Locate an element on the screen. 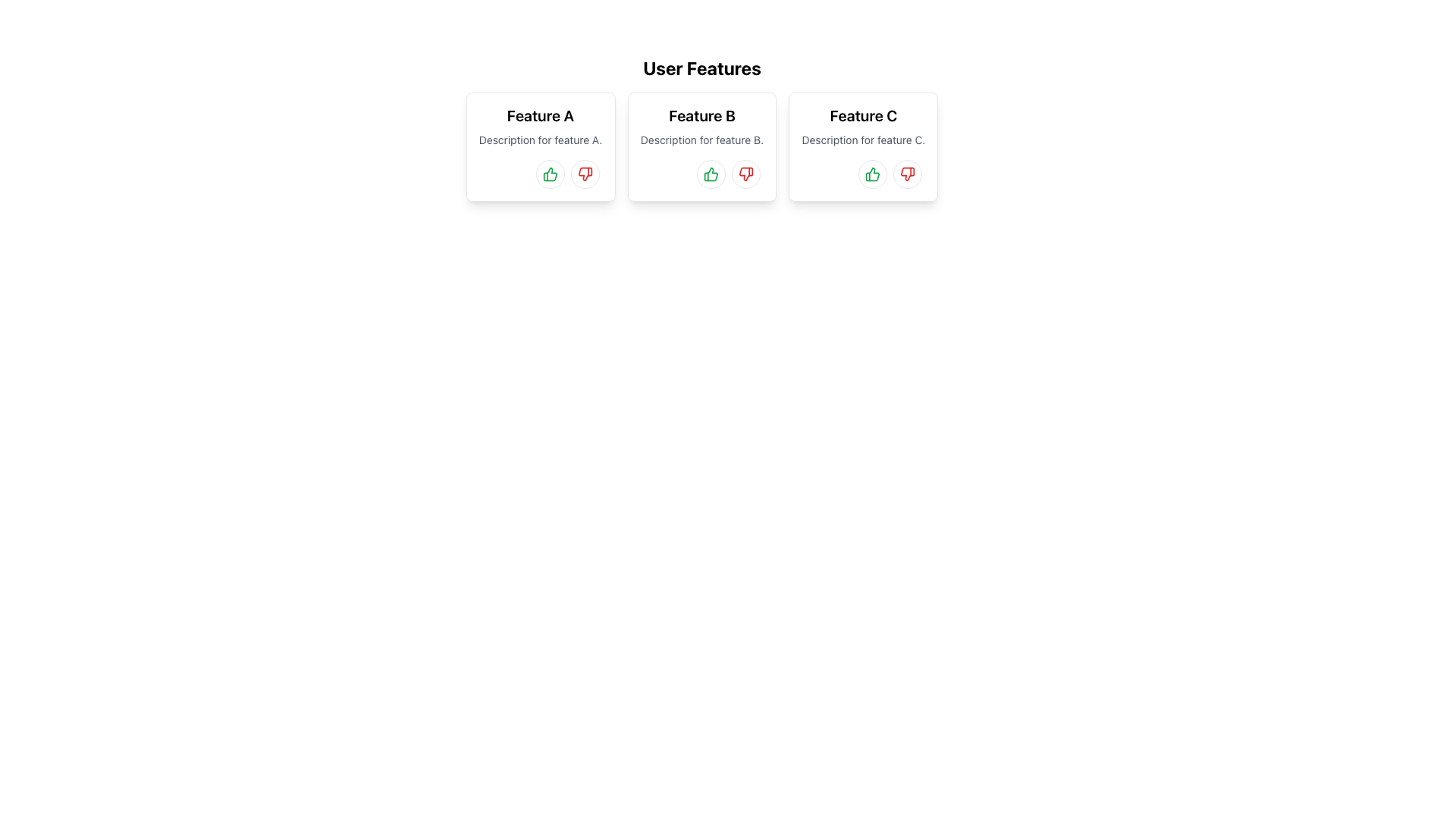 This screenshot has height=819, width=1456. the text label that serves as the title for the 'Feature A' feature card, located at the top portion of the leftmost card in a horizontally arranged group of three cards is located at coordinates (541, 115).